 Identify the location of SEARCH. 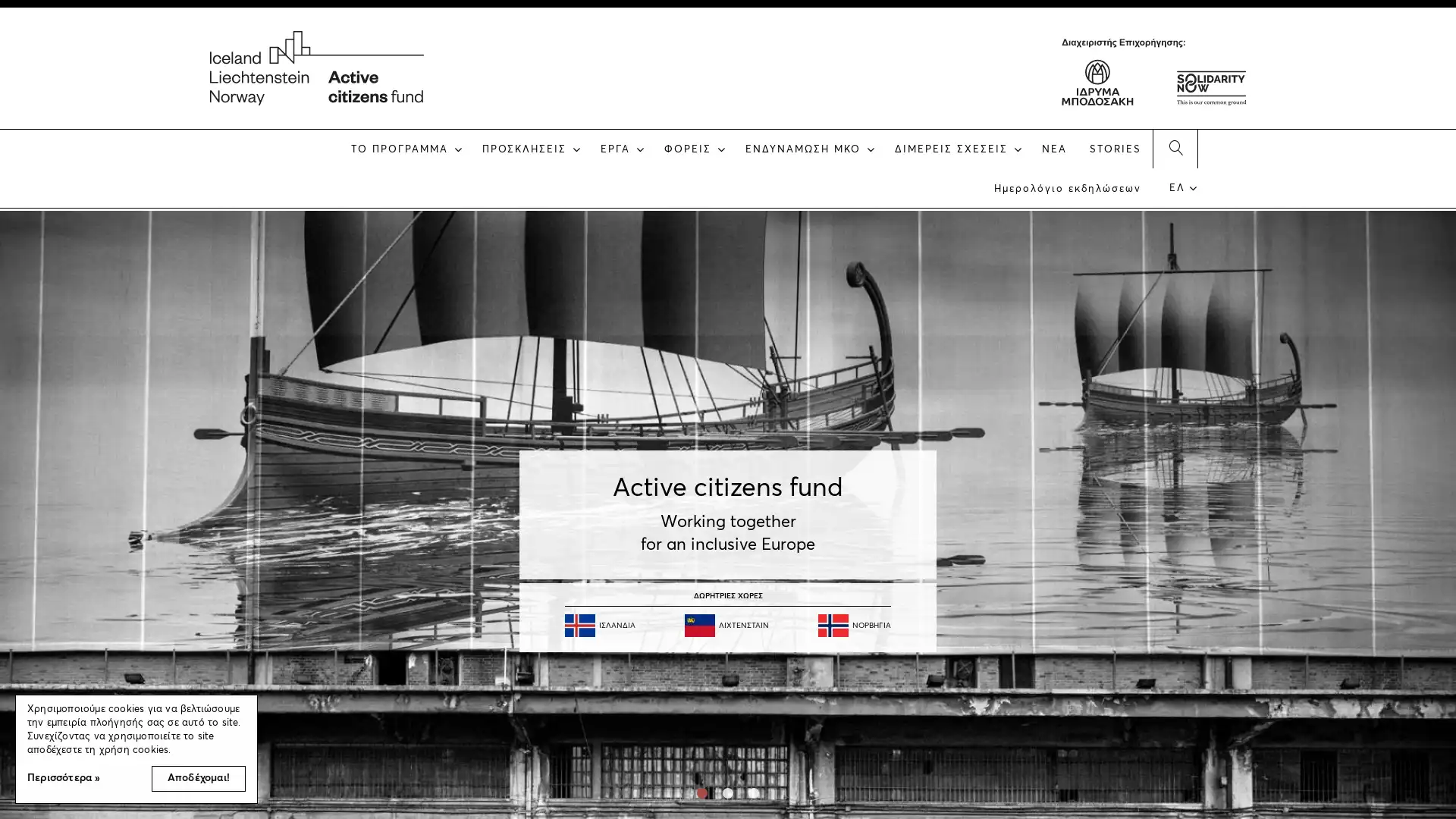
(1175, 149).